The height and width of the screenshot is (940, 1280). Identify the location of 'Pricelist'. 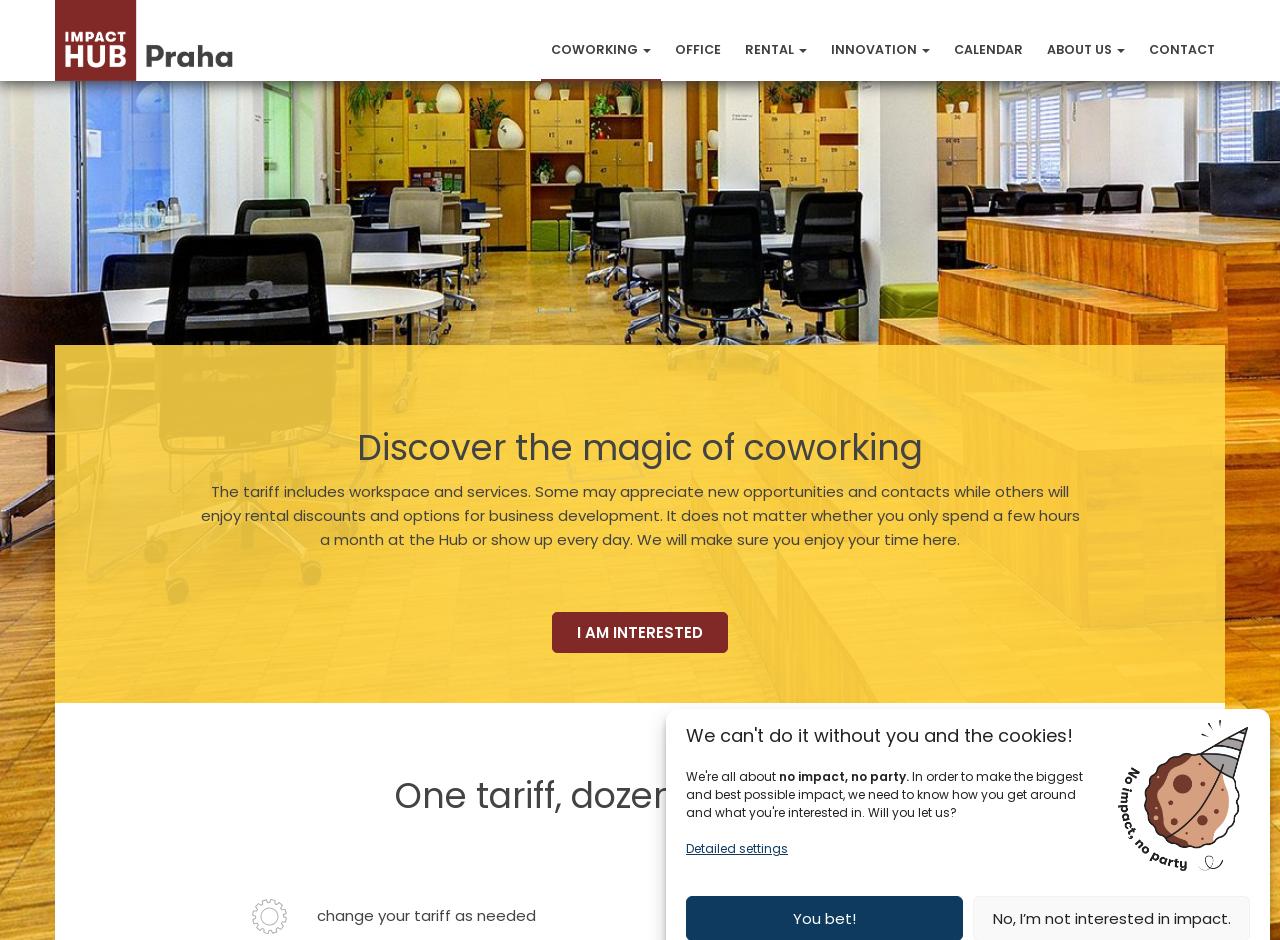
(776, 291).